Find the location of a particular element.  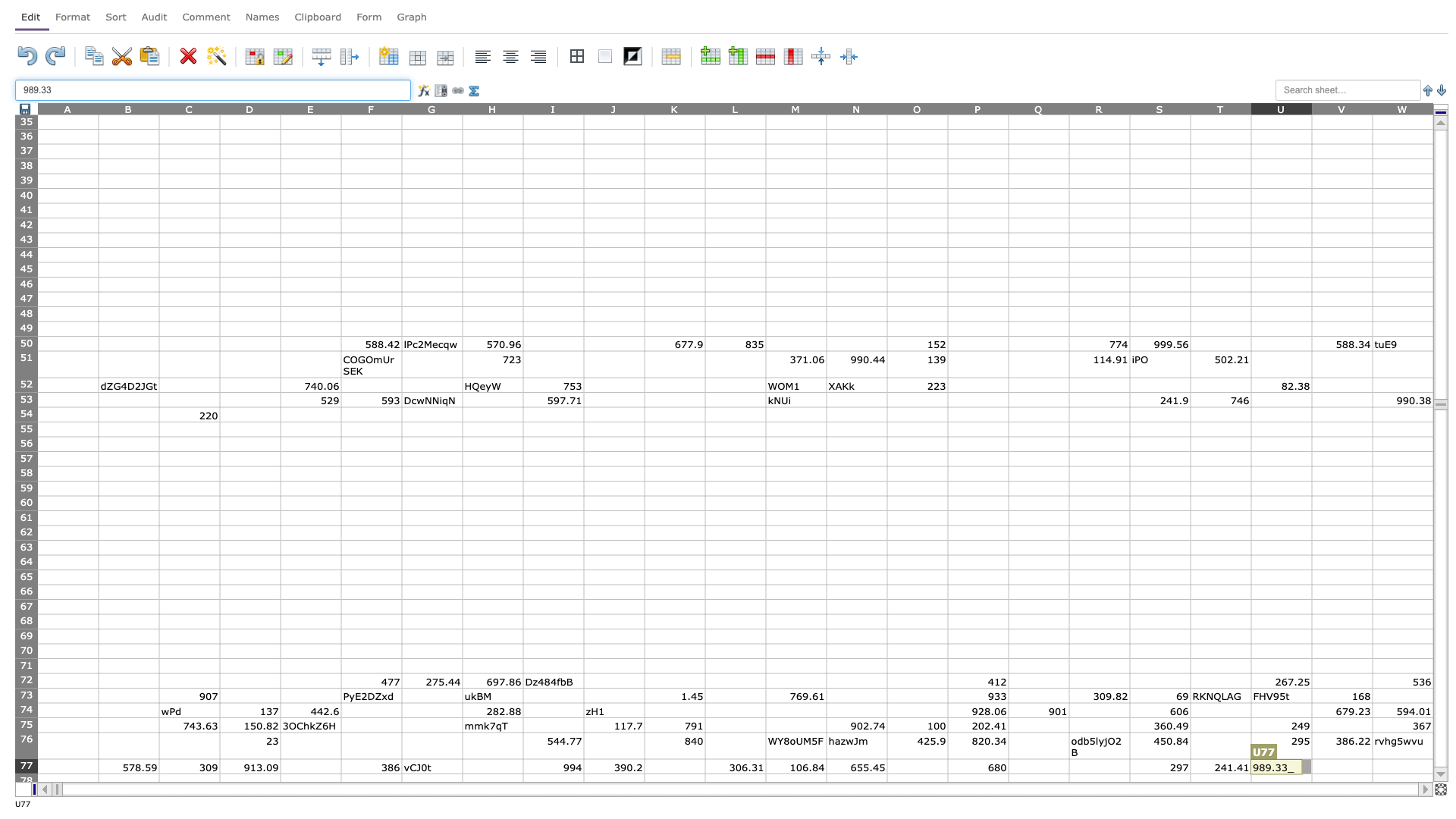

top left corner of V77 is located at coordinates (1310, 759).